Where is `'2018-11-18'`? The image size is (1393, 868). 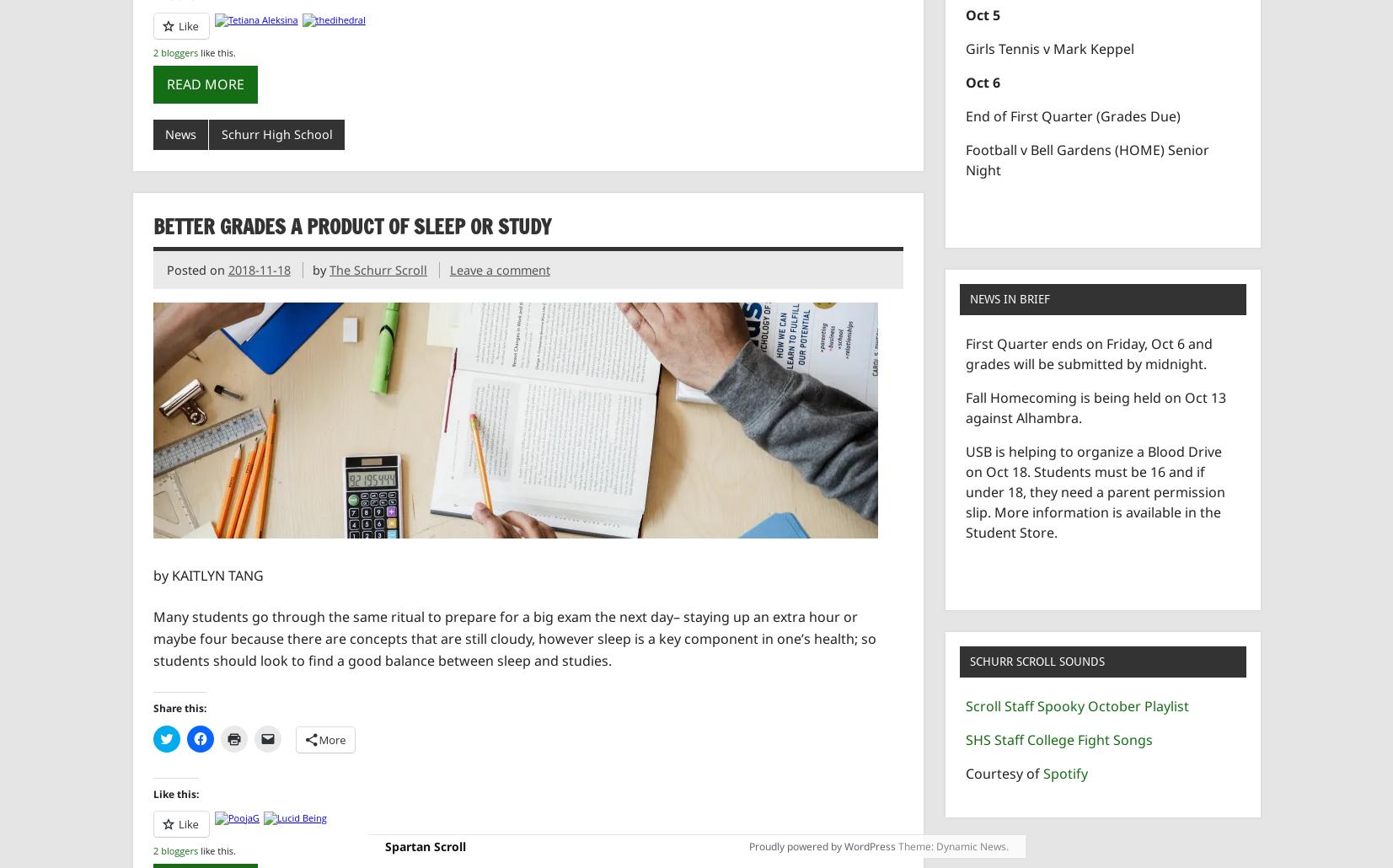
'2018-11-18' is located at coordinates (257, 268).